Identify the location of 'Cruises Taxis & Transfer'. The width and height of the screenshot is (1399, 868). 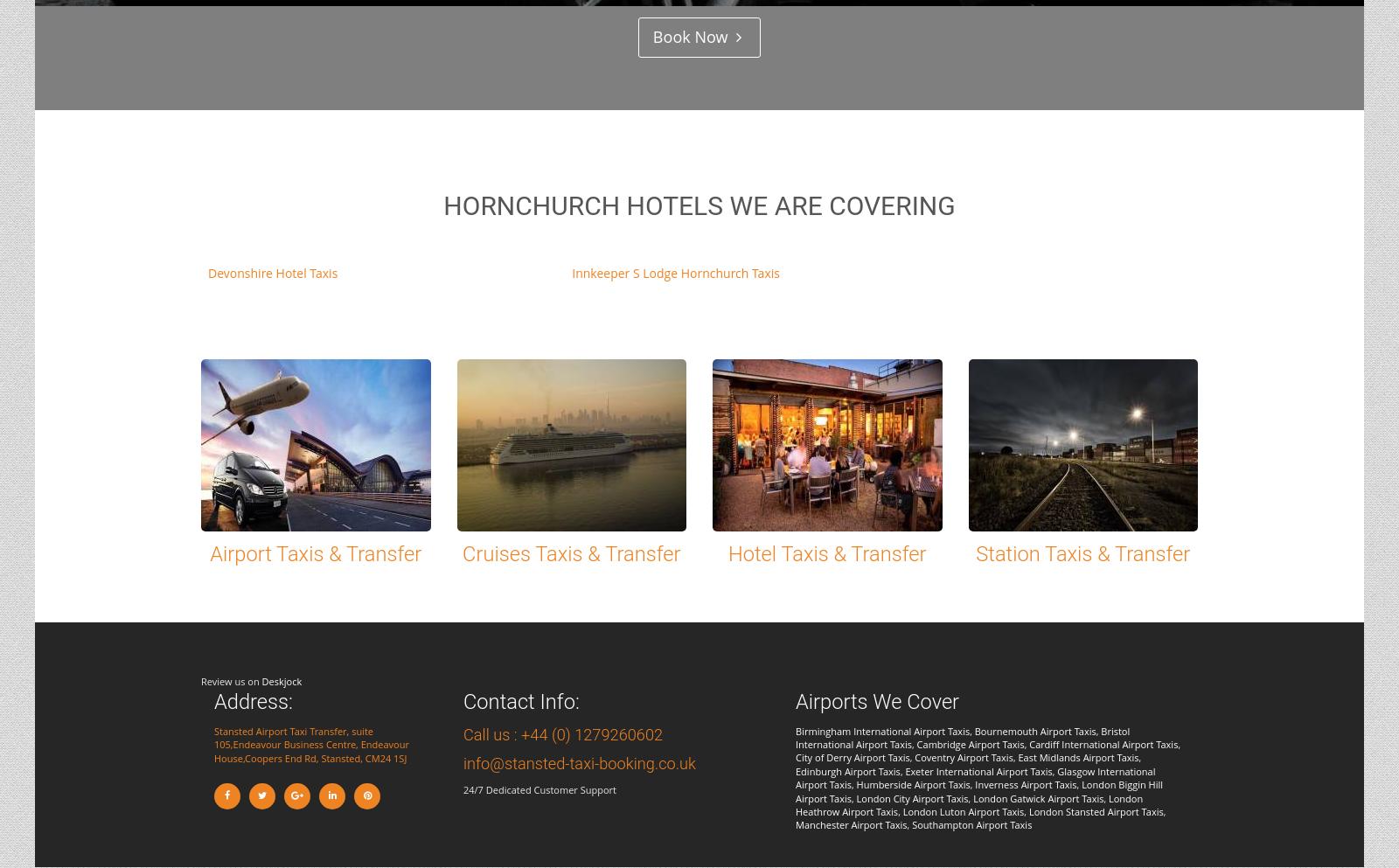
(461, 552).